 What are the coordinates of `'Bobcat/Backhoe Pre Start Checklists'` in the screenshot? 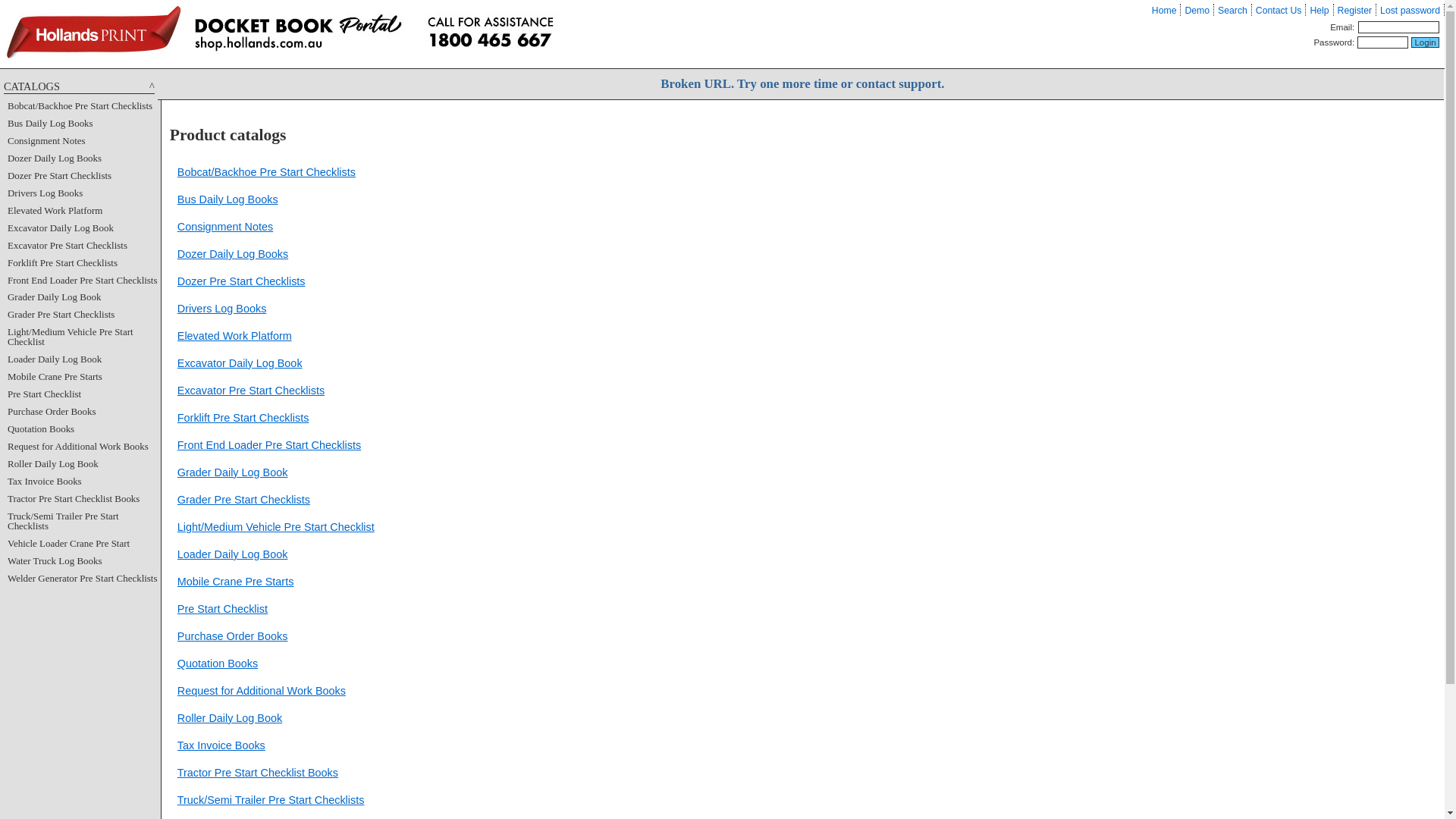 It's located at (266, 171).